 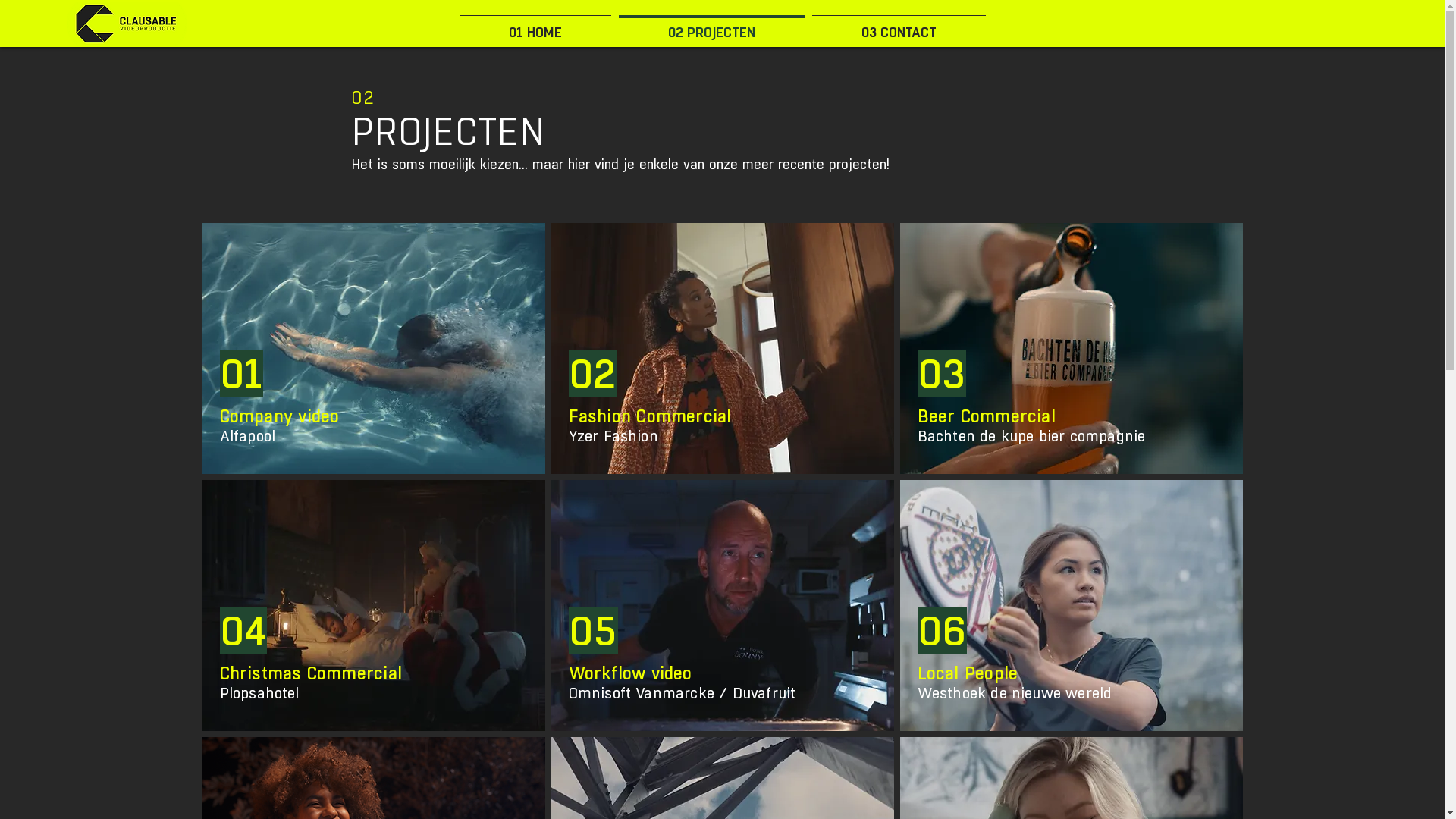 What do you see at coordinates (650, 416) in the screenshot?
I see `'Fashion Commercial'` at bounding box center [650, 416].